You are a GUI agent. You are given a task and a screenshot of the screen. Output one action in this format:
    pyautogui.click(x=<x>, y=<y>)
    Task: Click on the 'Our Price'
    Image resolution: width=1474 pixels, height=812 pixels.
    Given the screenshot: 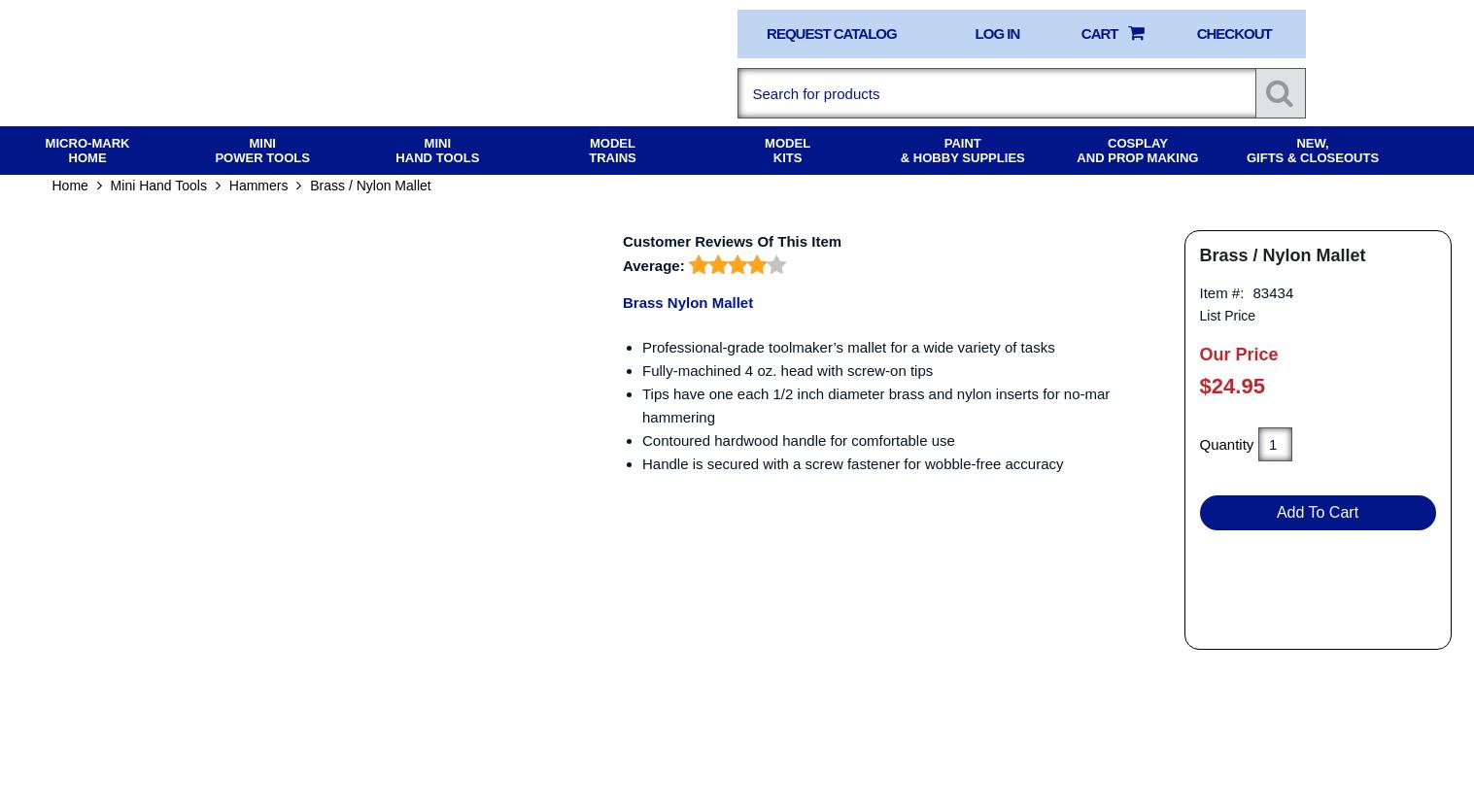 What is the action you would take?
    pyautogui.click(x=1237, y=367)
    